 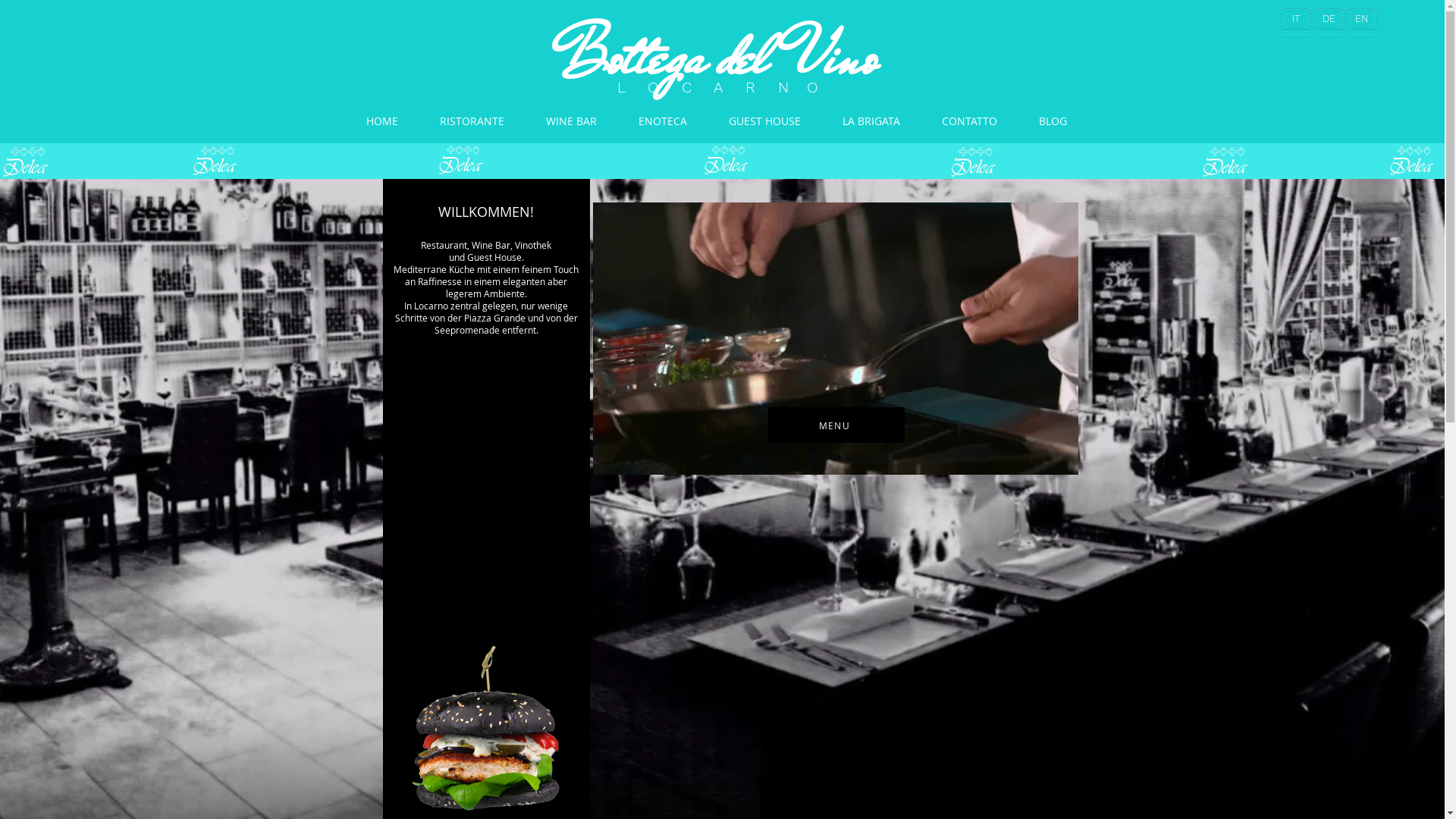 I want to click on 'LA BRIGATA', so click(x=871, y=120).